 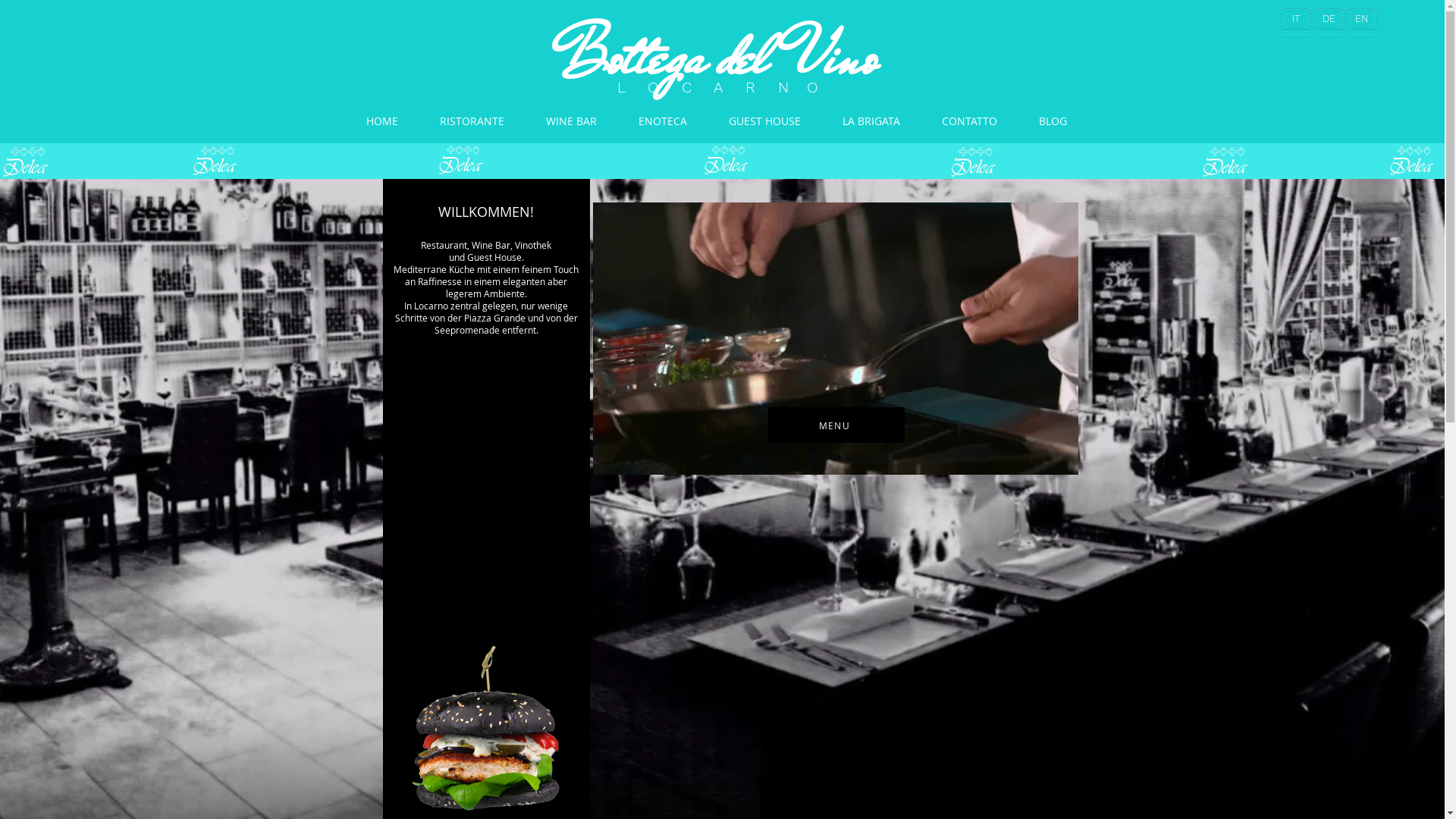 I want to click on 'LA BRIGATA', so click(x=871, y=120).